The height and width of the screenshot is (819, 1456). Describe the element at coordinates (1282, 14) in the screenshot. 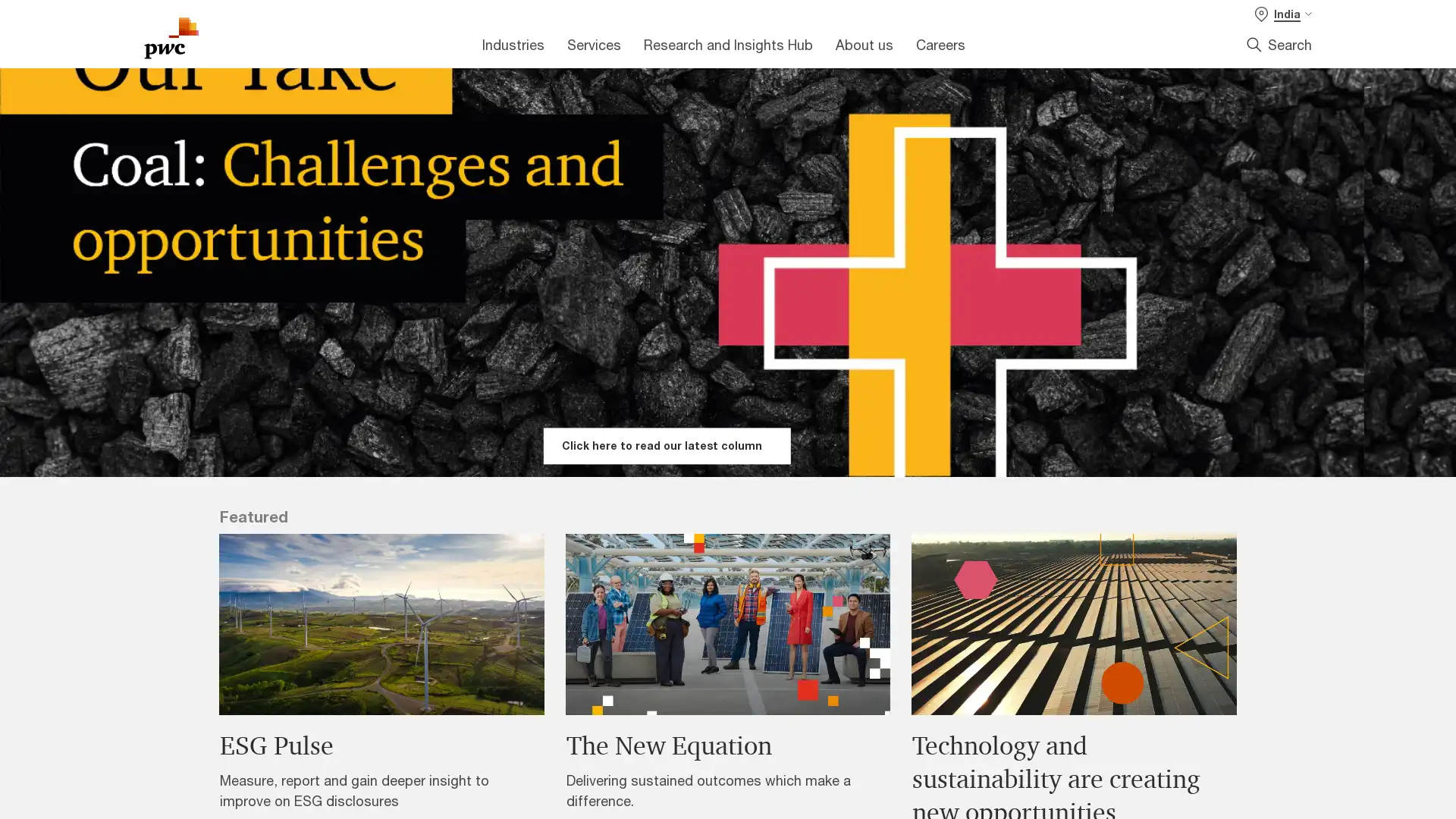

I see `India` at that location.